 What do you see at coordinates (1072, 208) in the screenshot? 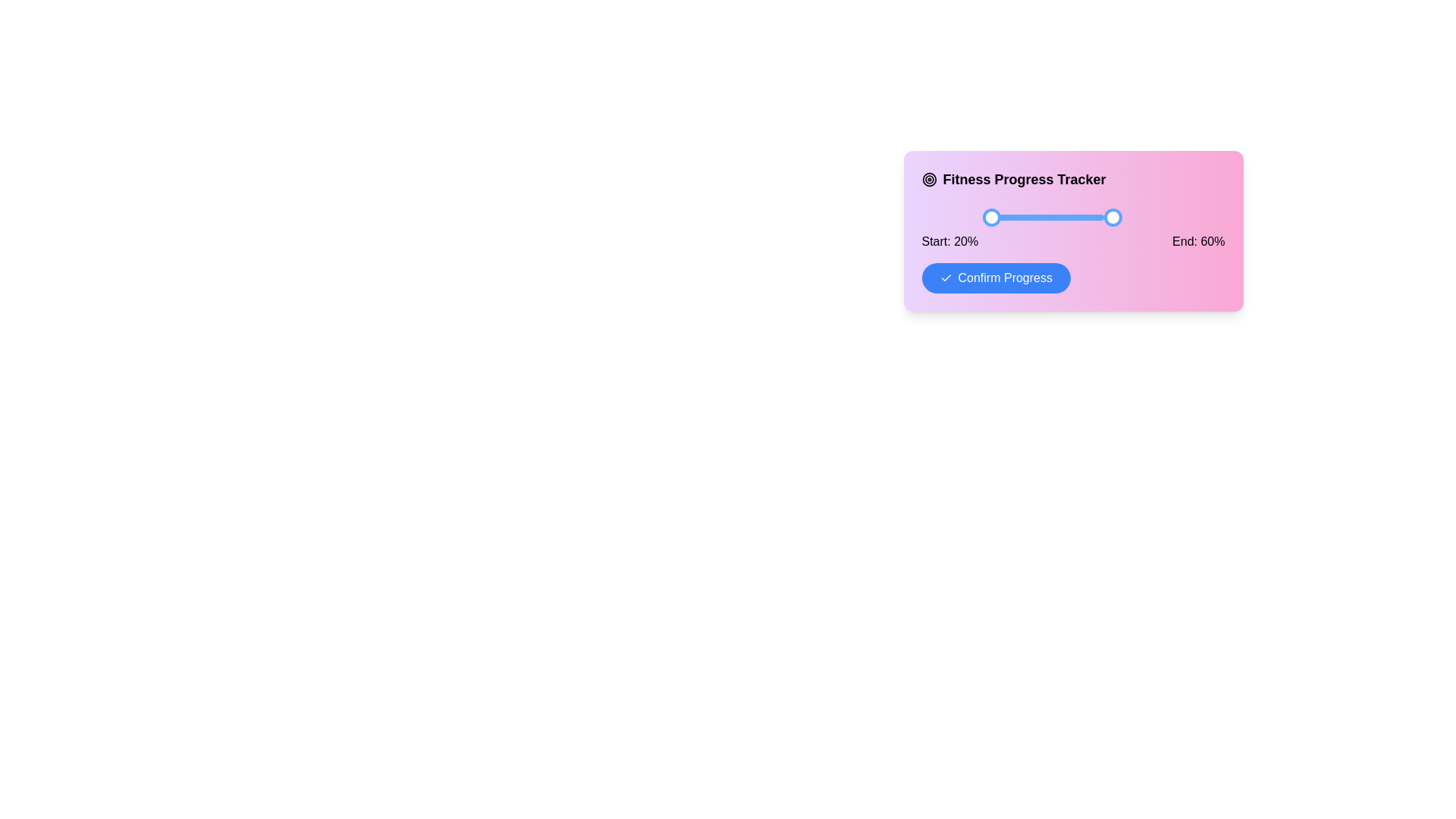
I see `the horizontal progress bar with interactive draggable handles located centrally in the card below the 'Fitness Progress Tracker' title` at bounding box center [1072, 208].